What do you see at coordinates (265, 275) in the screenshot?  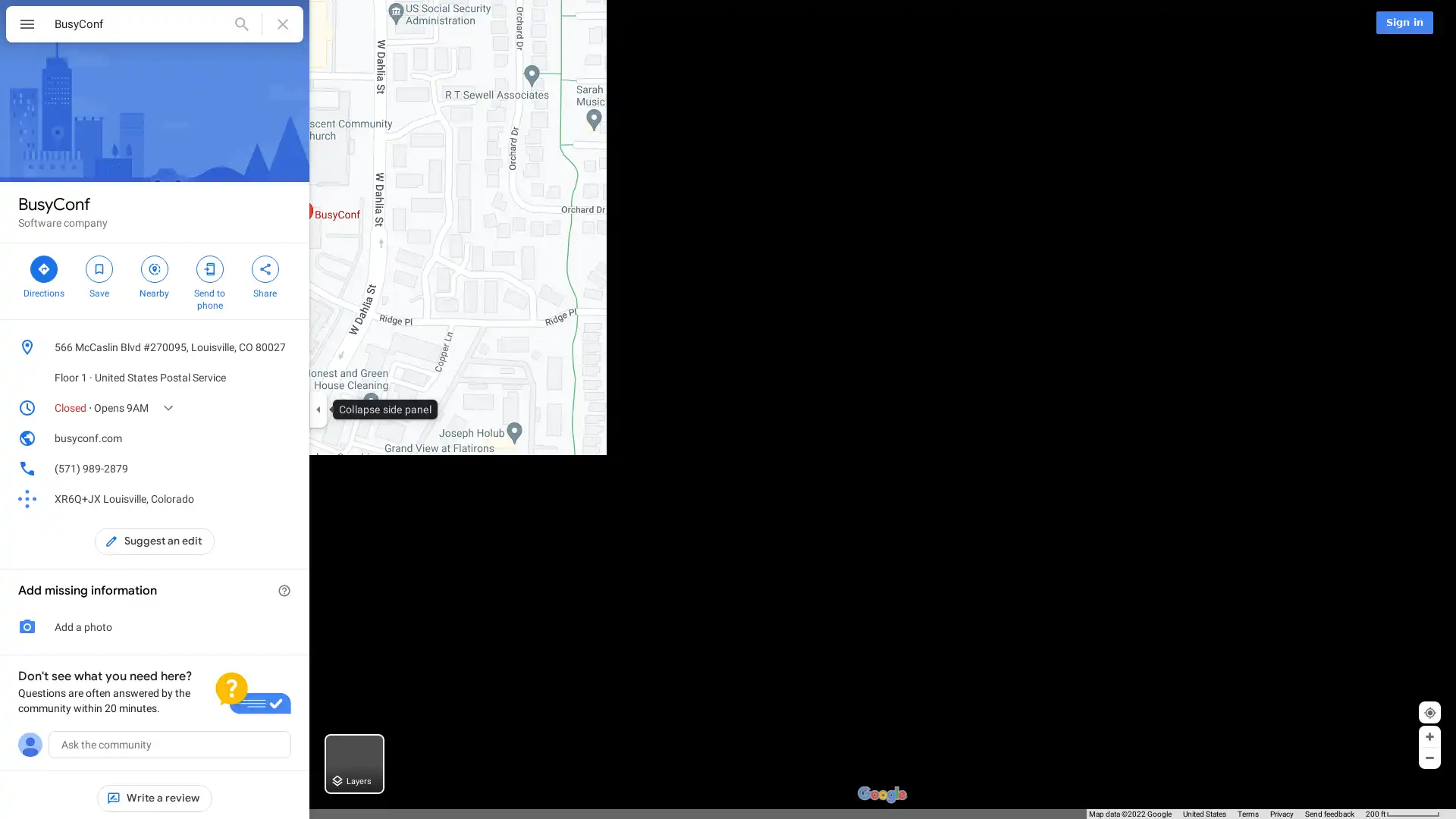 I see `Share BusyConf` at bounding box center [265, 275].